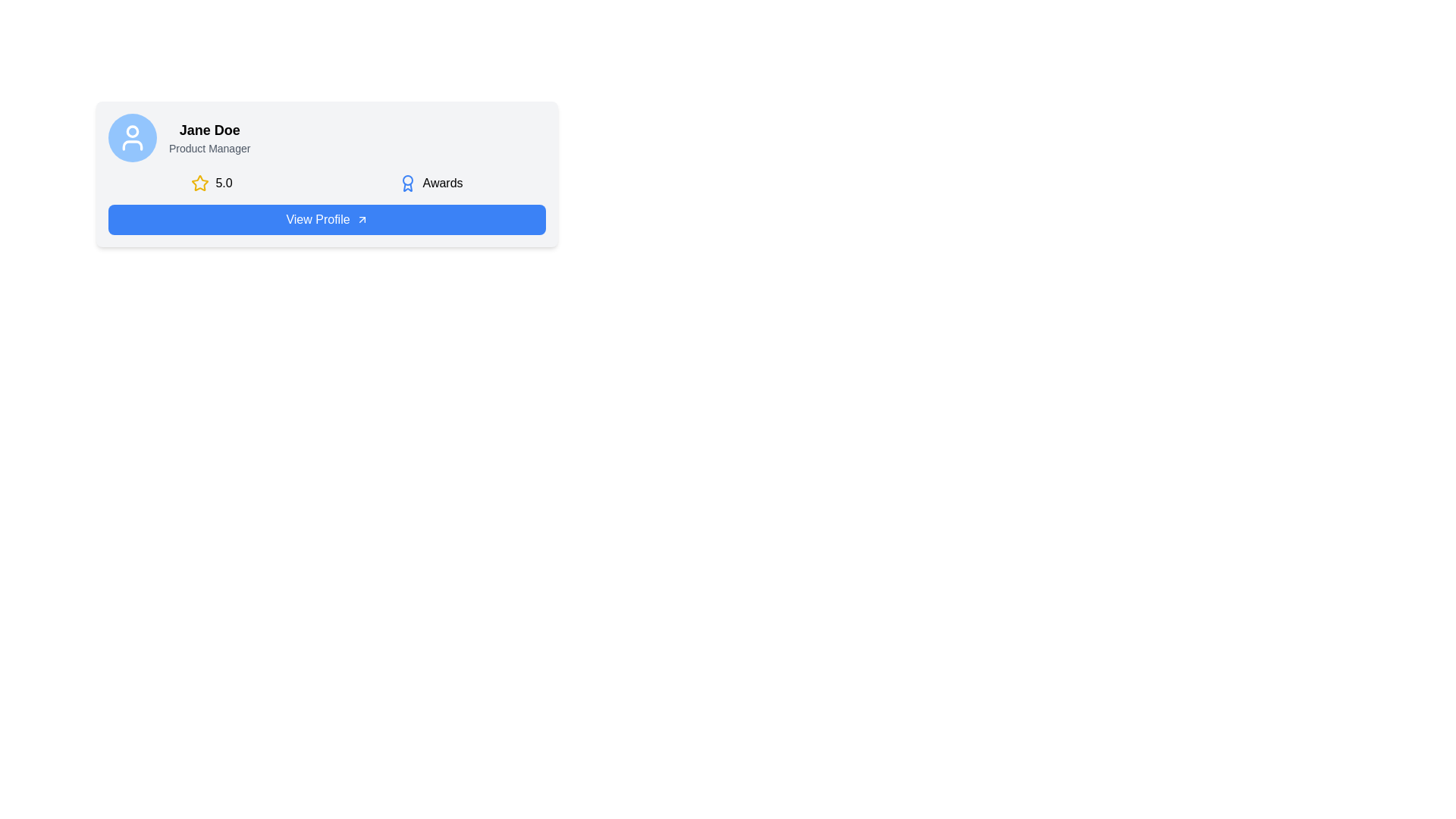  I want to click on the SVG circle element located at the top part of the avatar within the user's profile card, so click(132, 130).